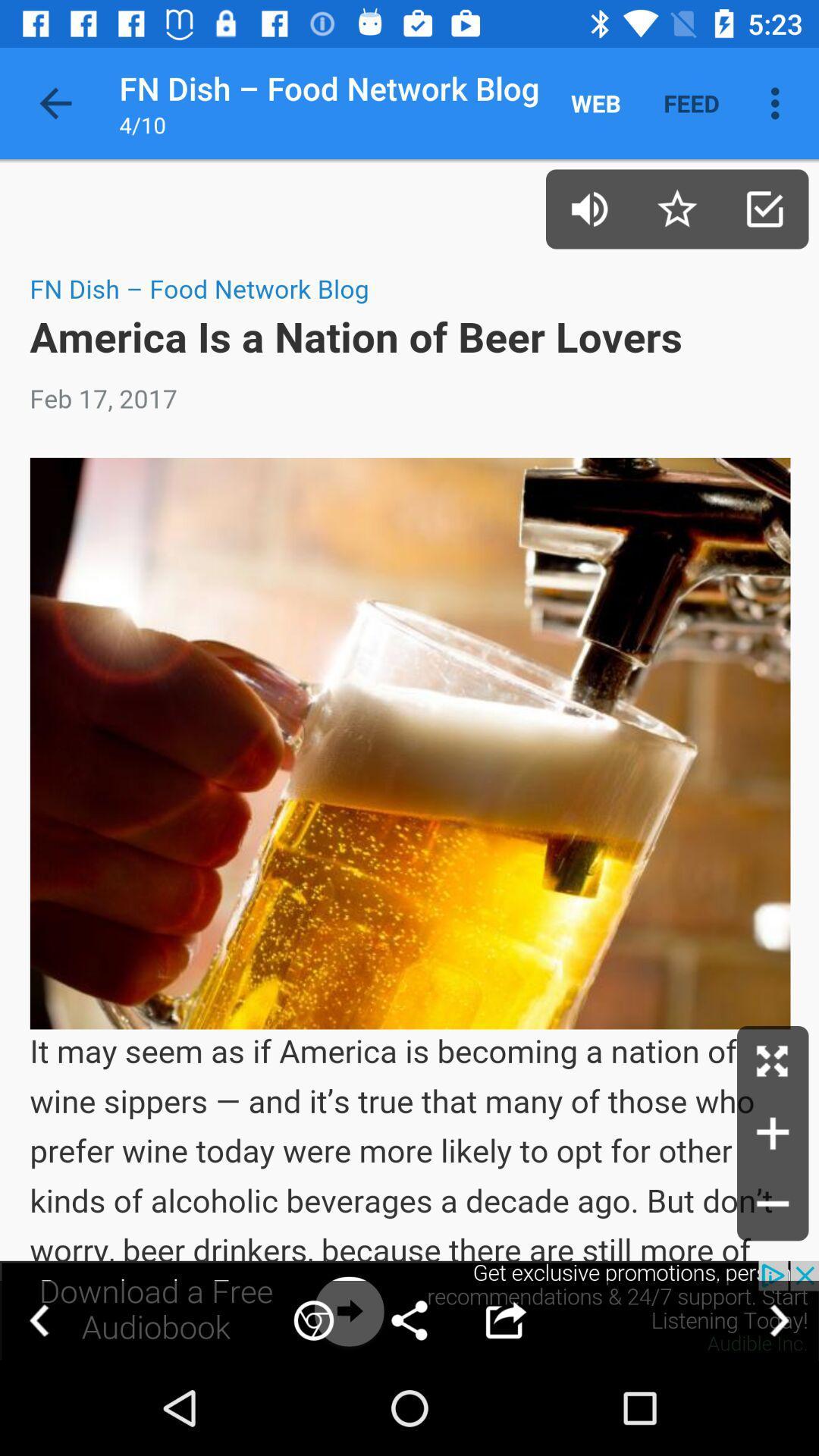 Image resolution: width=819 pixels, height=1456 pixels. Describe the element at coordinates (676, 208) in the screenshot. I see `favorite` at that location.